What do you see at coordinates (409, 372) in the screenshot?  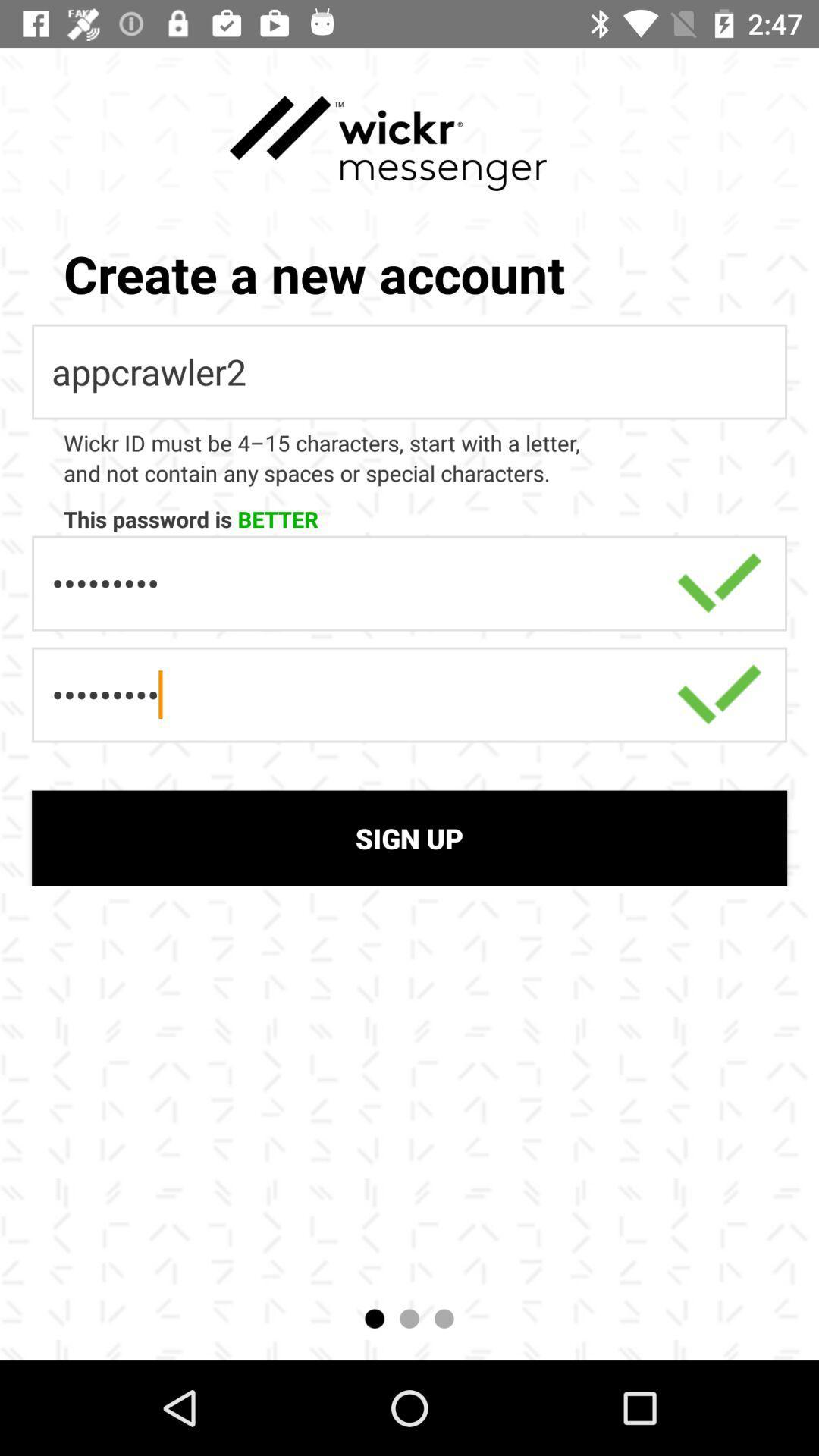 I see `item above wickr id must` at bounding box center [409, 372].